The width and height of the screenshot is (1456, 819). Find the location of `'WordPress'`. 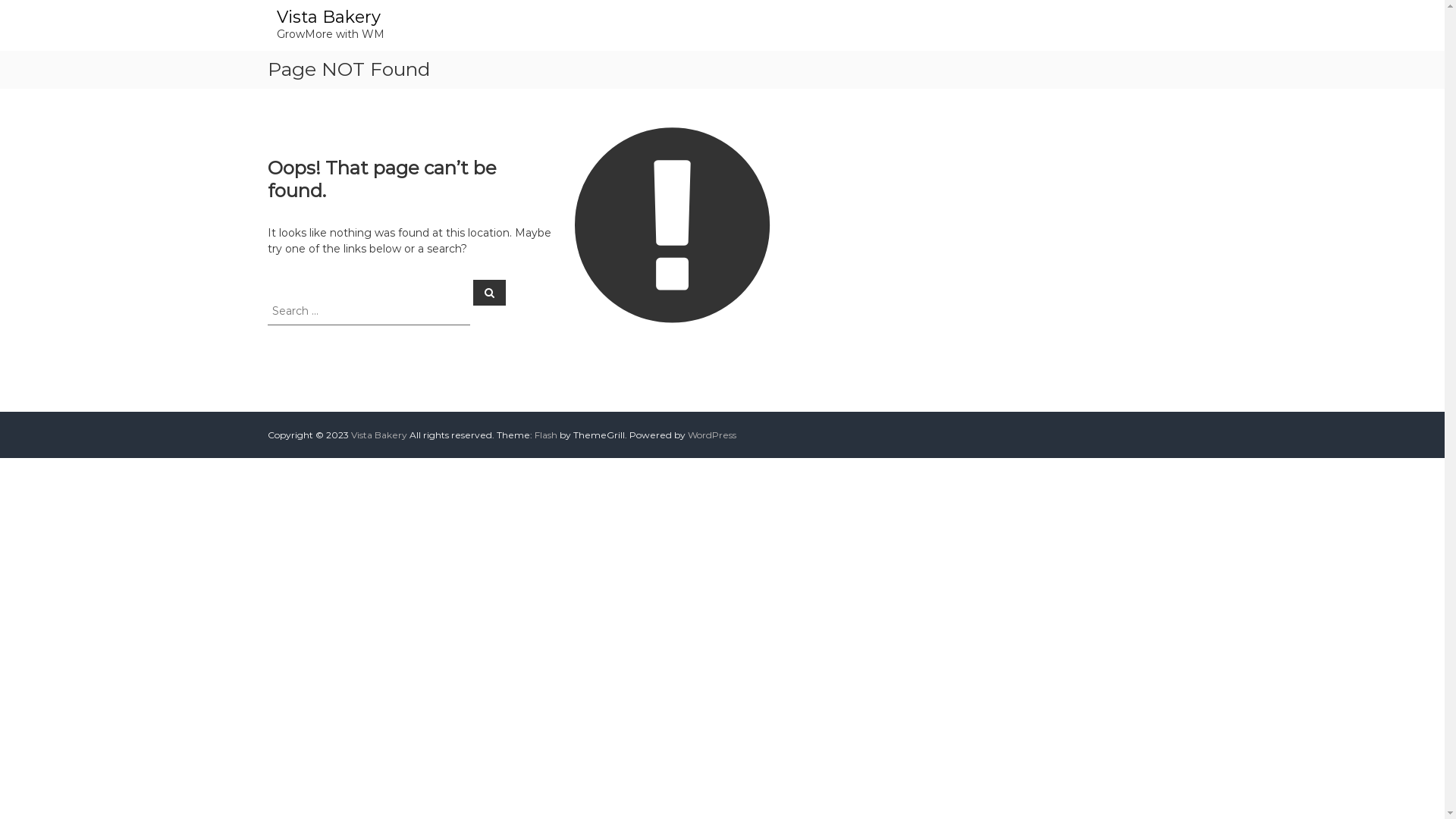

'WordPress' is located at coordinates (710, 435).